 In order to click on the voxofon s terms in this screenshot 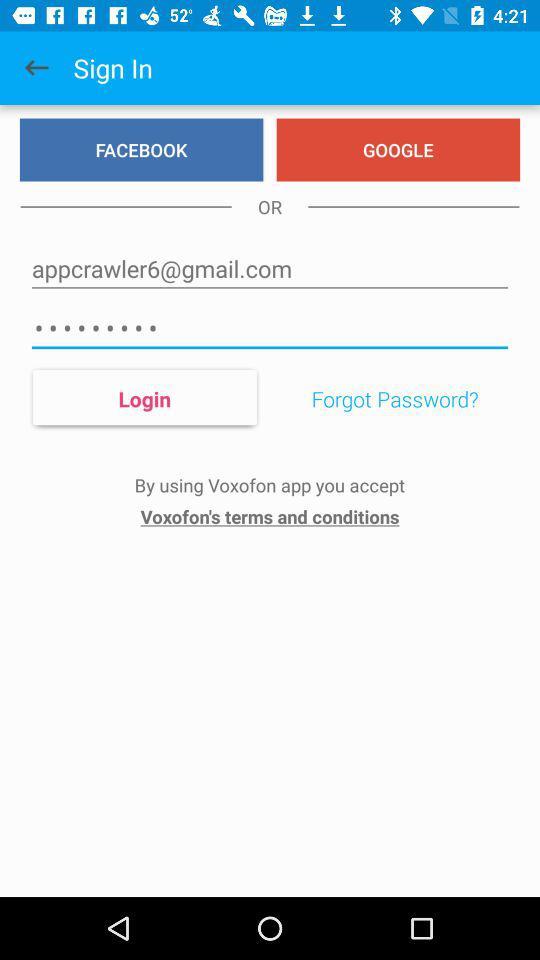, I will do `click(270, 515)`.